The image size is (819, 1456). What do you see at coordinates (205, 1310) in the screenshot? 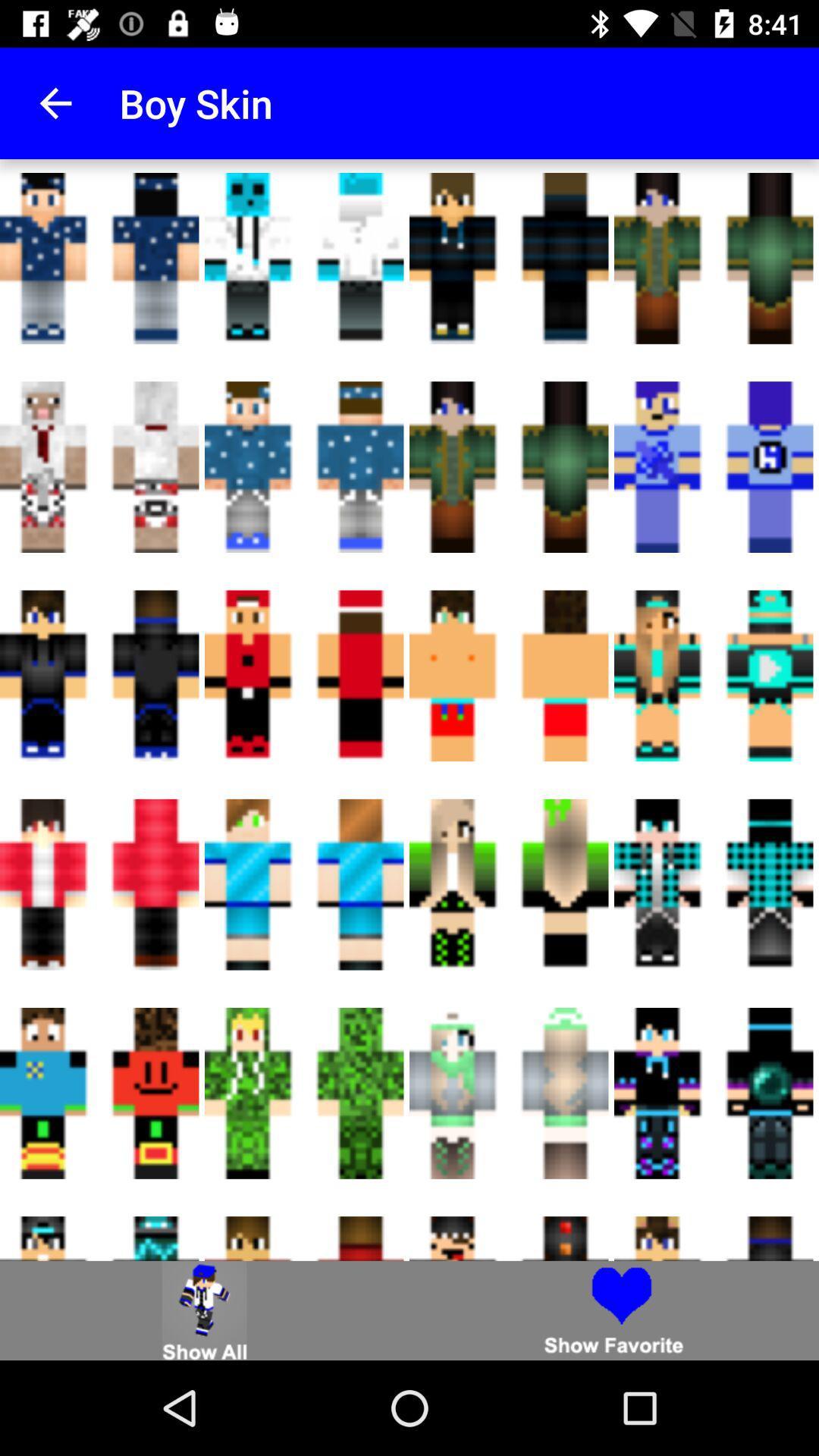
I see `click show all` at bounding box center [205, 1310].